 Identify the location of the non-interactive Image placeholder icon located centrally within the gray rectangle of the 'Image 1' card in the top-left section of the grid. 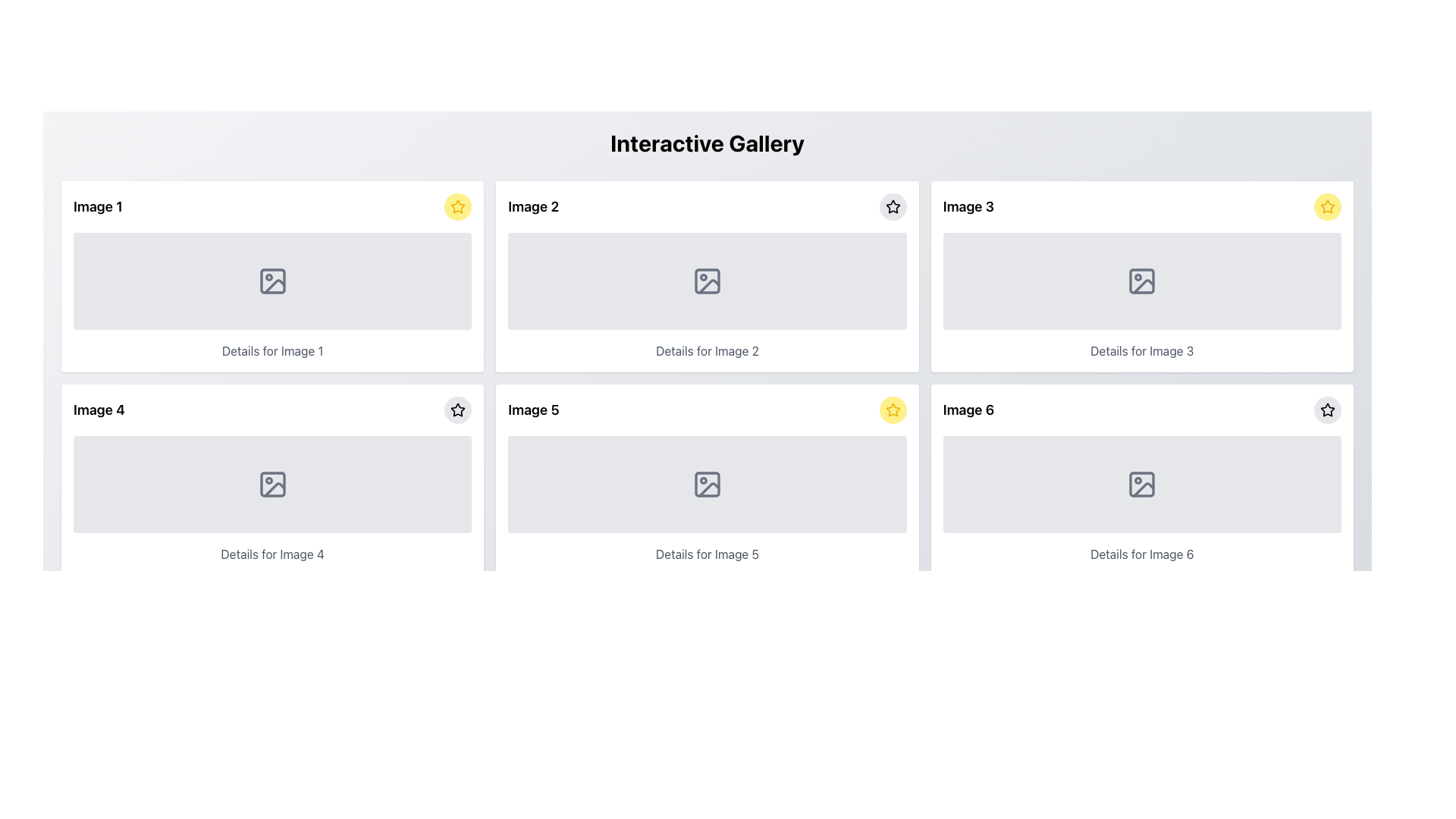
(272, 281).